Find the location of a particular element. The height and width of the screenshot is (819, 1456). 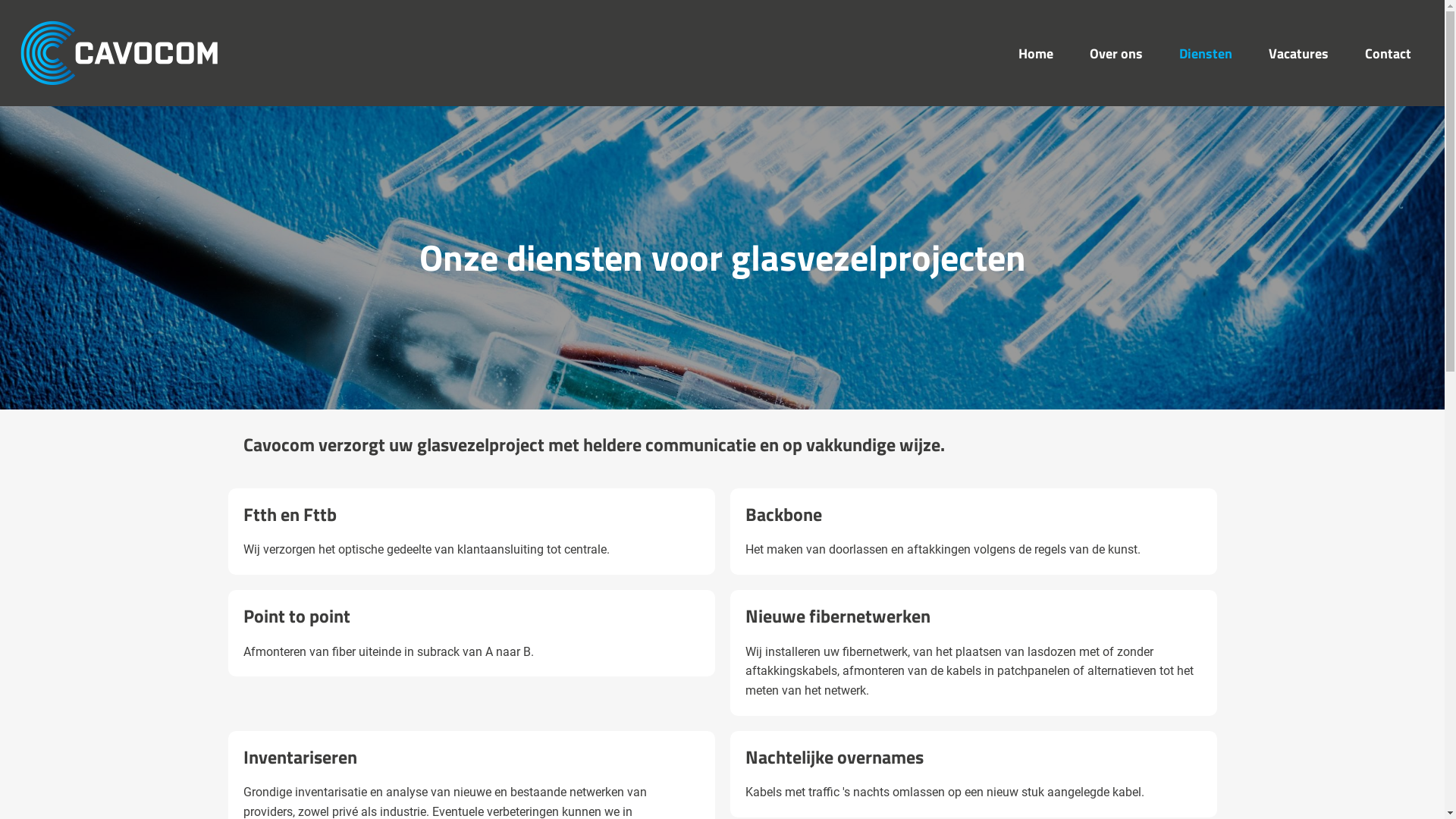

'Cavocom' is located at coordinates (118, 52).